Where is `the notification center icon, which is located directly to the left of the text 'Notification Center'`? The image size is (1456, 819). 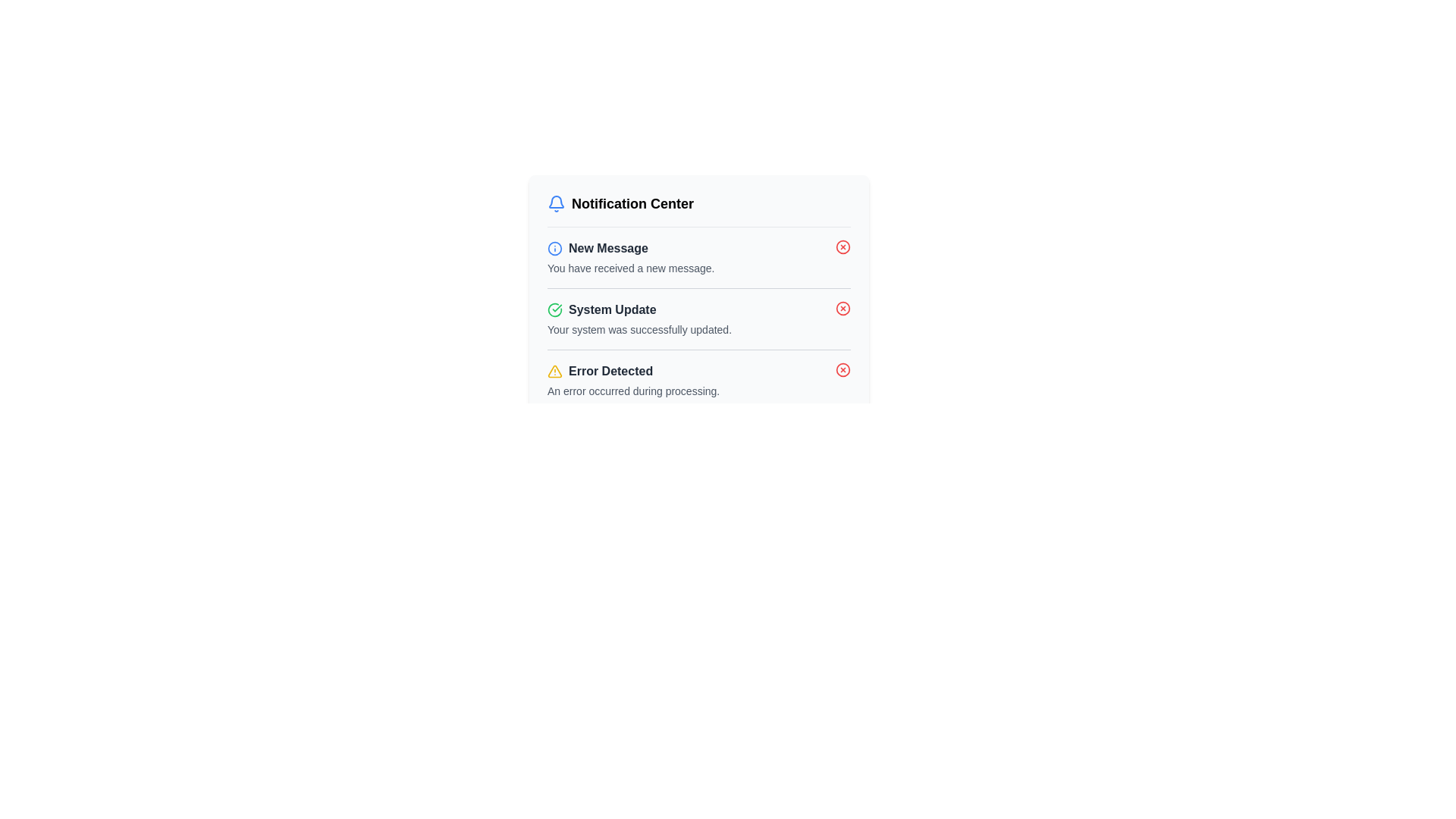
the notification center icon, which is located directly to the left of the text 'Notification Center' is located at coordinates (556, 203).